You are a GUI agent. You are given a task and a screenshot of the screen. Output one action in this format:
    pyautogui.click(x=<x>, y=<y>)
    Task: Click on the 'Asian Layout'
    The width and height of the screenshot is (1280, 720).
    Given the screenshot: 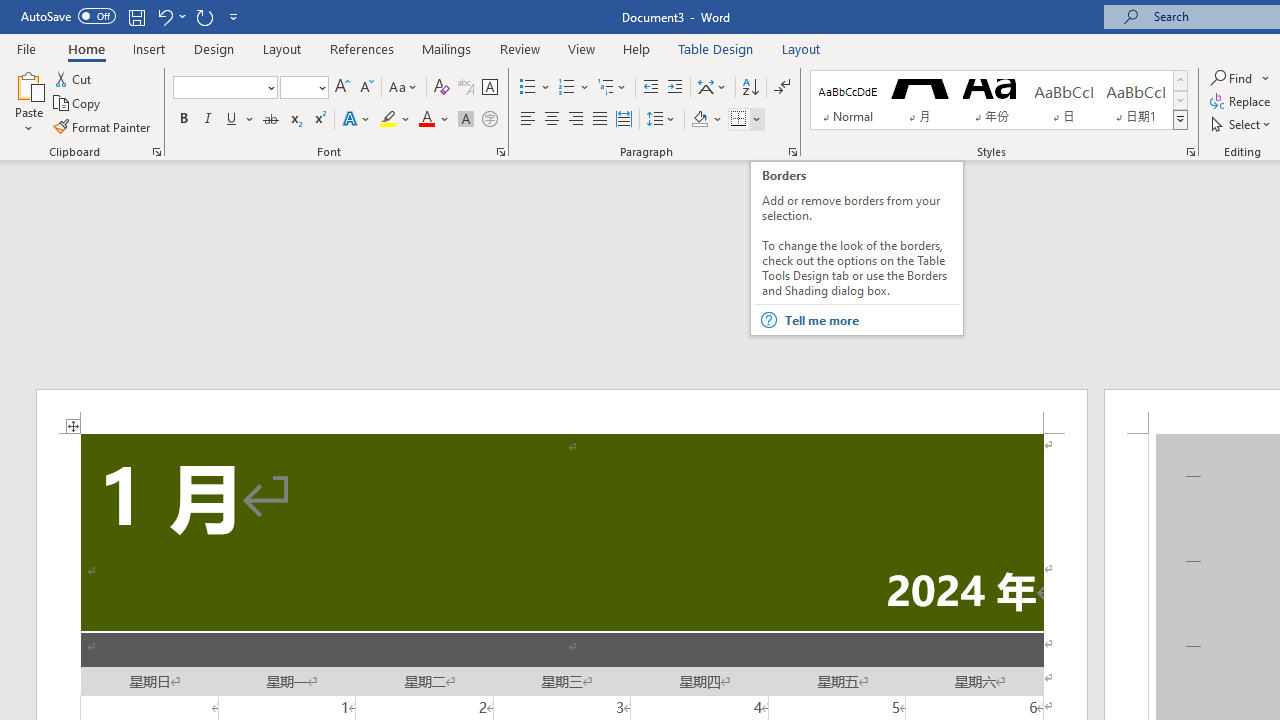 What is the action you would take?
    pyautogui.click(x=712, y=86)
    